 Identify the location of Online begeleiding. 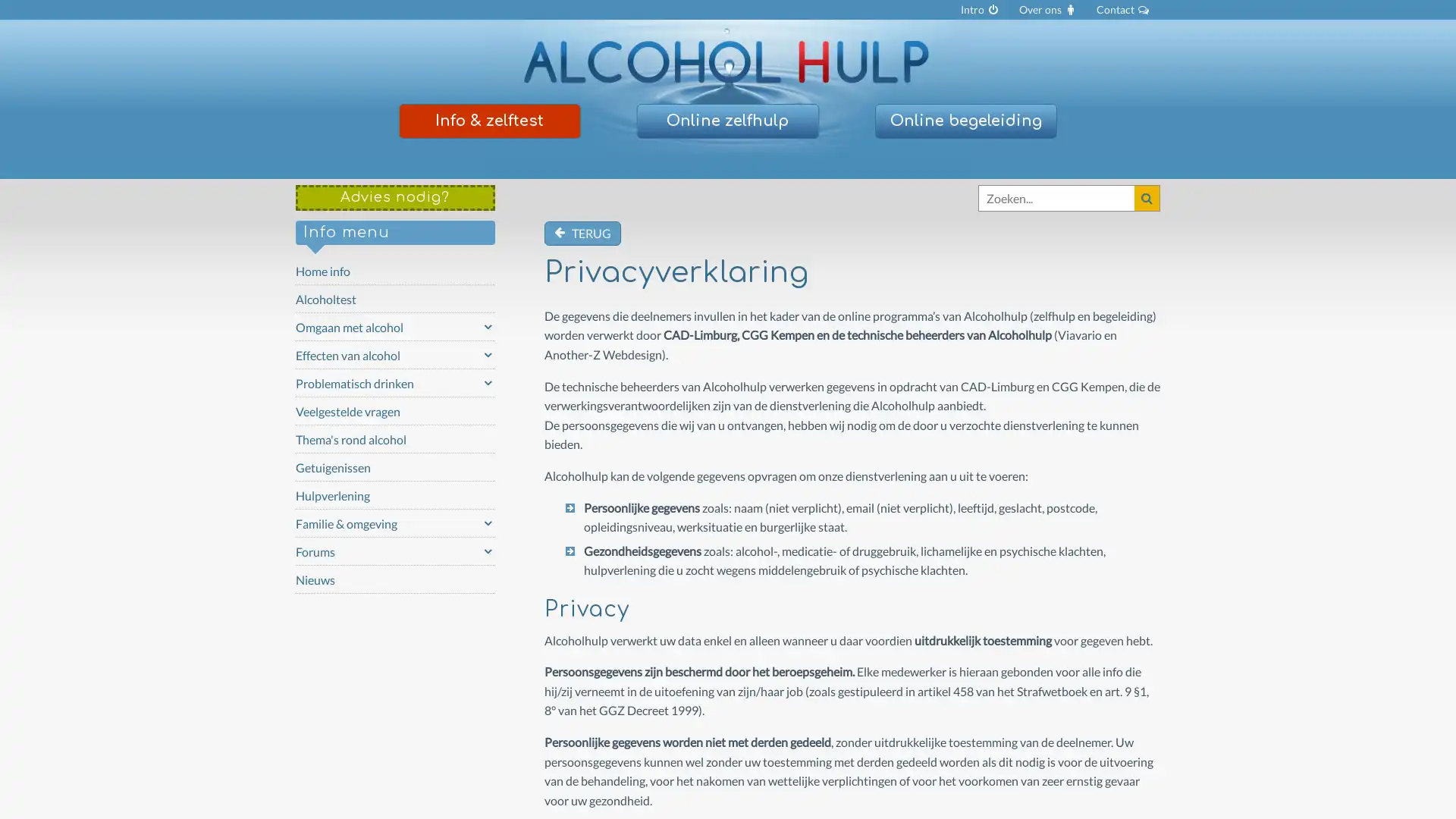
(964, 120).